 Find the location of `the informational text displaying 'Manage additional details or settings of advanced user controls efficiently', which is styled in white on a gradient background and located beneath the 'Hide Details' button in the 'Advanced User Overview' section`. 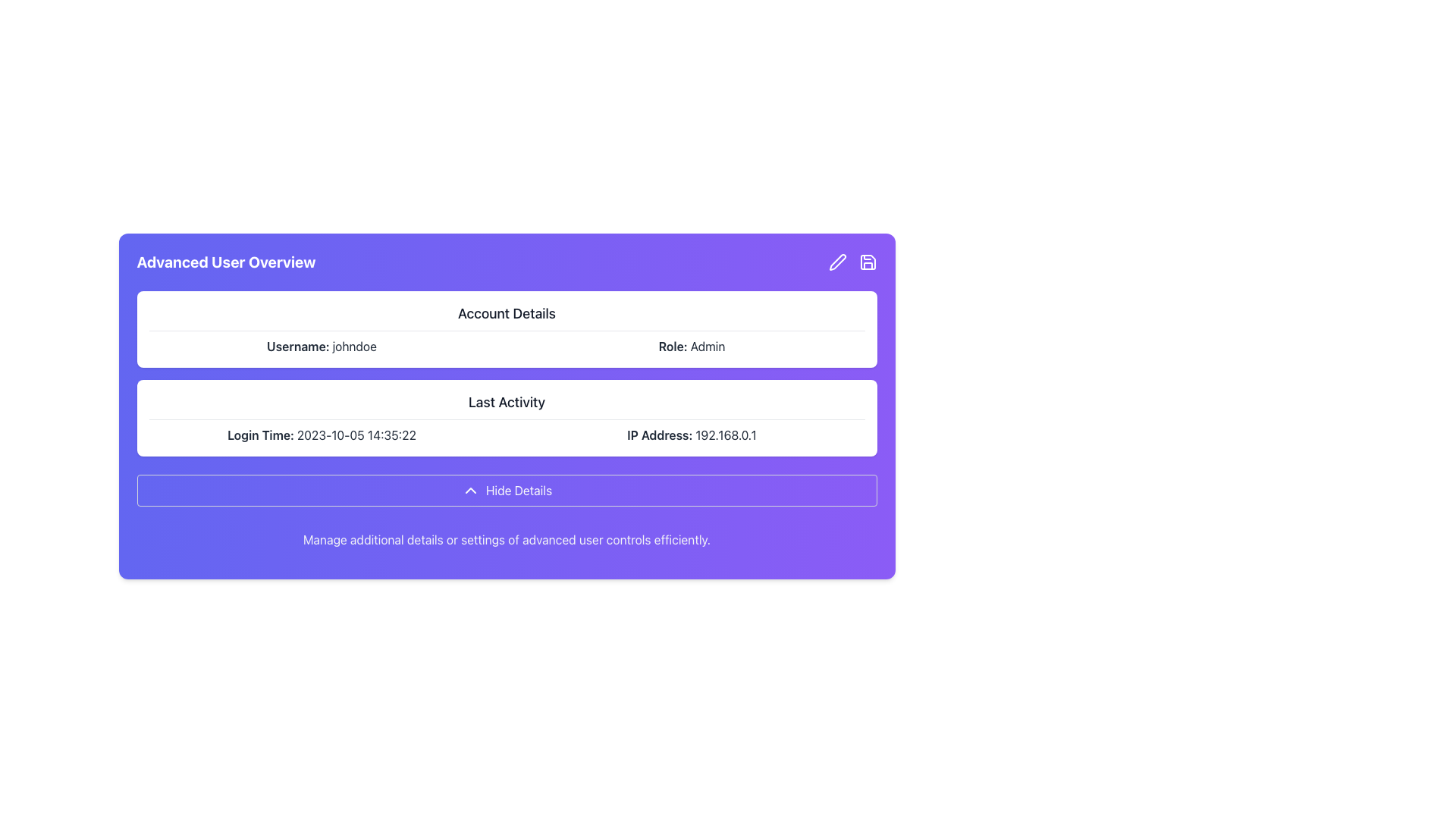

the informational text displaying 'Manage additional details or settings of advanced user controls efficiently', which is styled in white on a gradient background and located beneath the 'Hide Details' button in the 'Advanced User Overview' section is located at coordinates (507, 539).